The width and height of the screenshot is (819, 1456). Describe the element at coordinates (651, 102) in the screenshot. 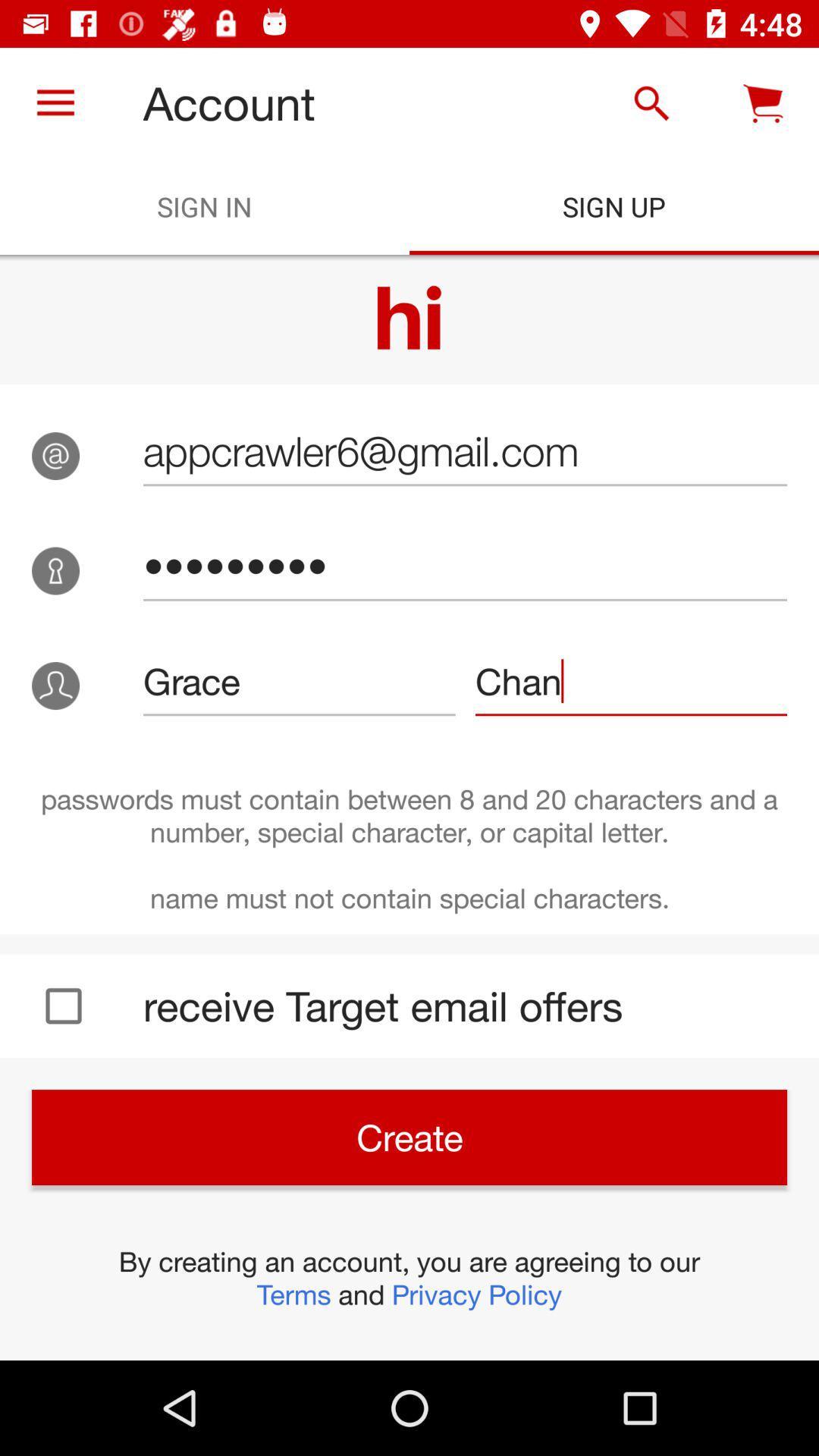

I see `the icon above the sign up` at that location.